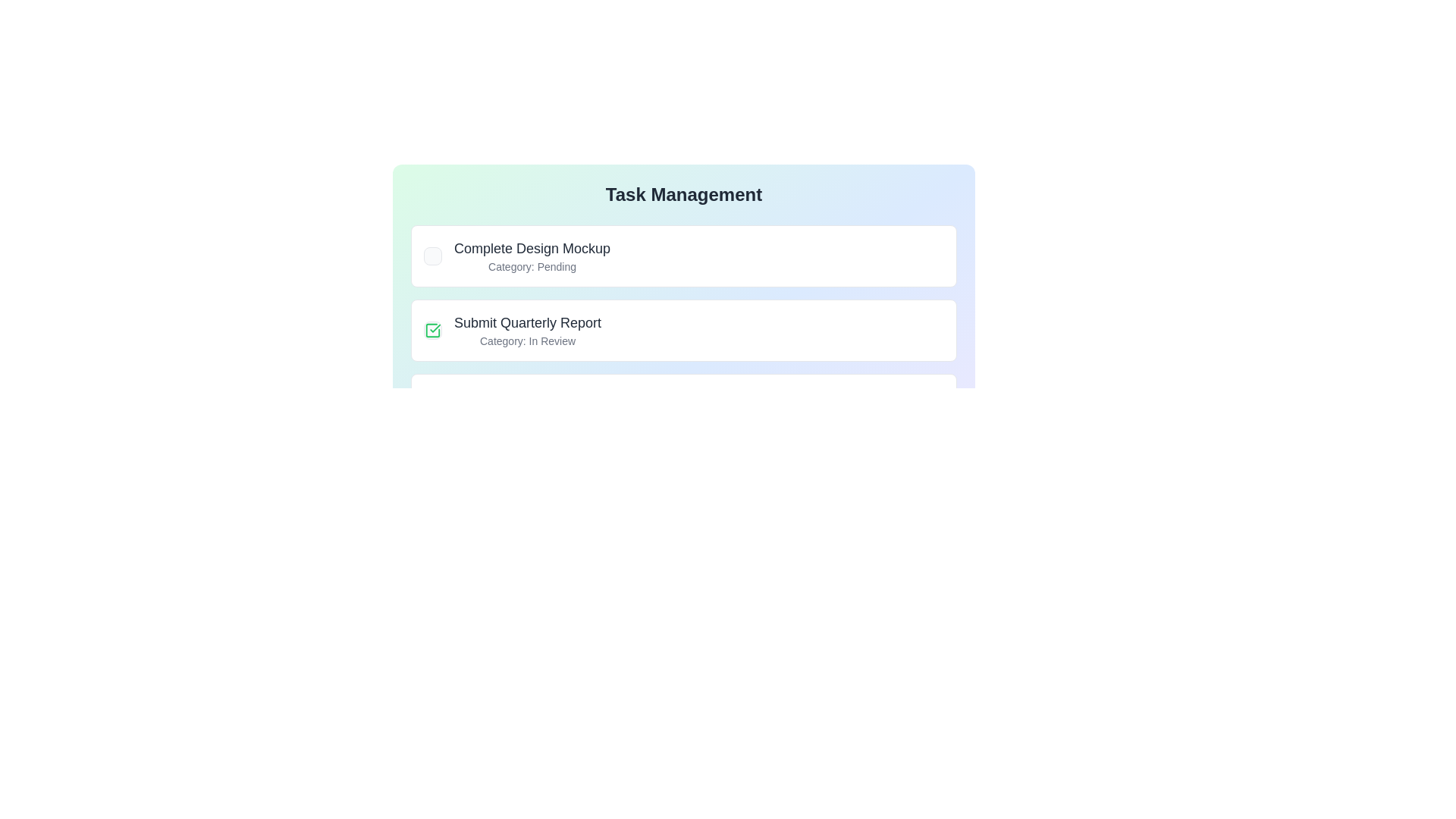  What do you see at coordinates (432, 329) in the screenshot?
I see `the checkbox with a green checkmark icon located to the left of the 'Submit Quarterly Report' title` at bounding box center [432, 329].